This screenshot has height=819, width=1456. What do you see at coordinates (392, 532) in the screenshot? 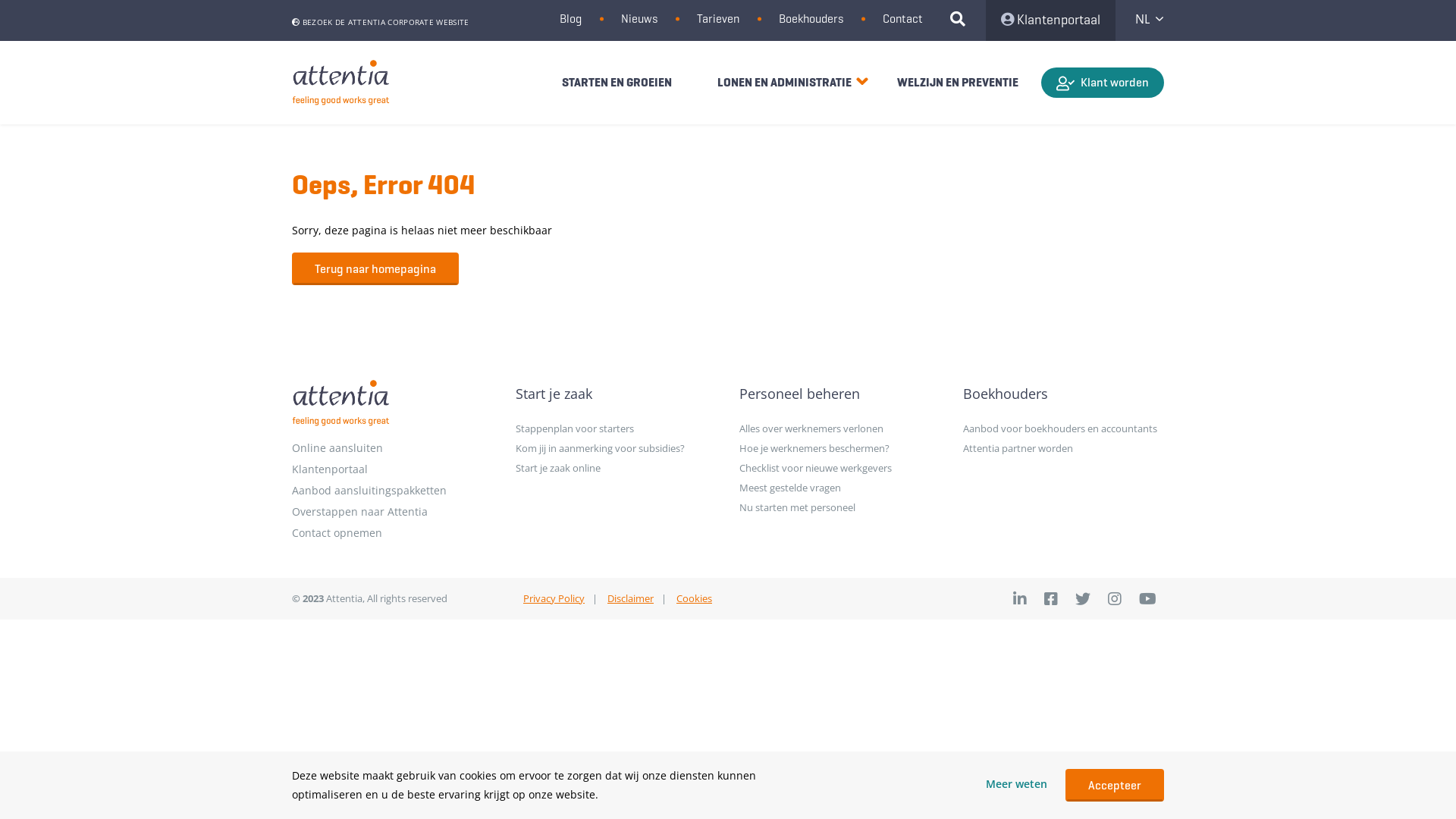
I see `'Contact opnemen'` at bounding box center [392, 532].